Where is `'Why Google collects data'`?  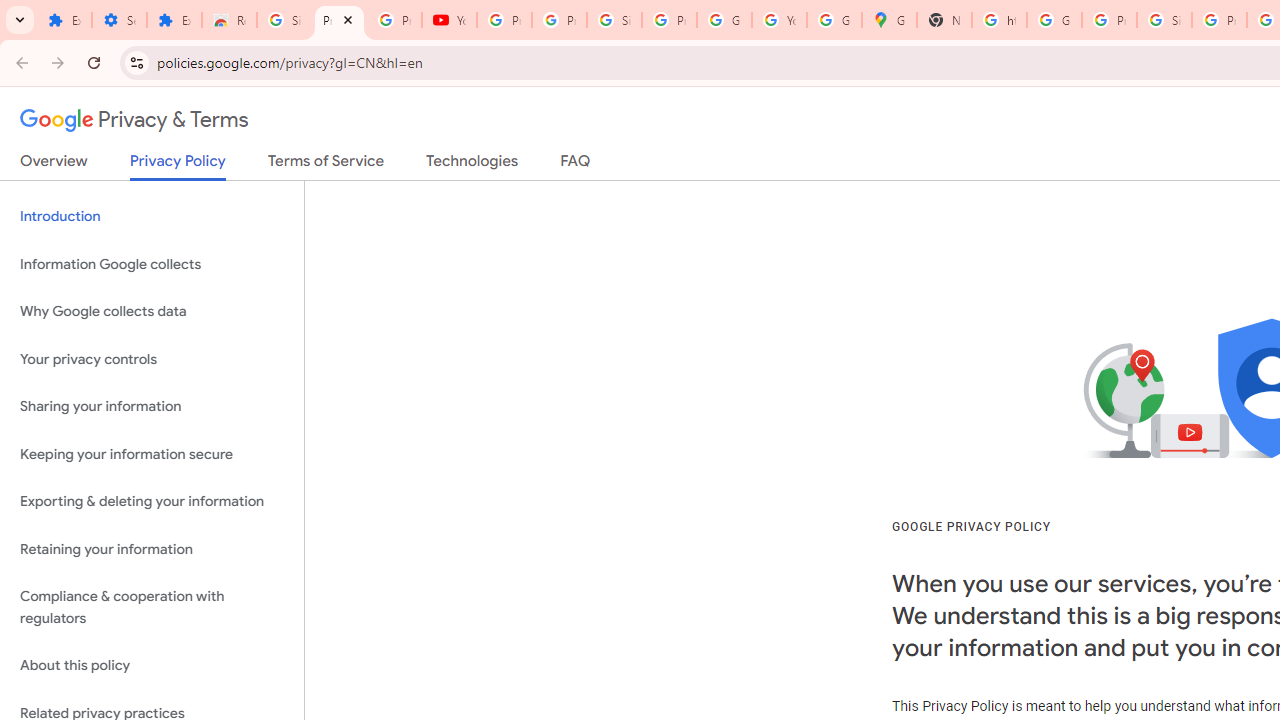 'Why Google collects data' is located at coordinates (151, 312).